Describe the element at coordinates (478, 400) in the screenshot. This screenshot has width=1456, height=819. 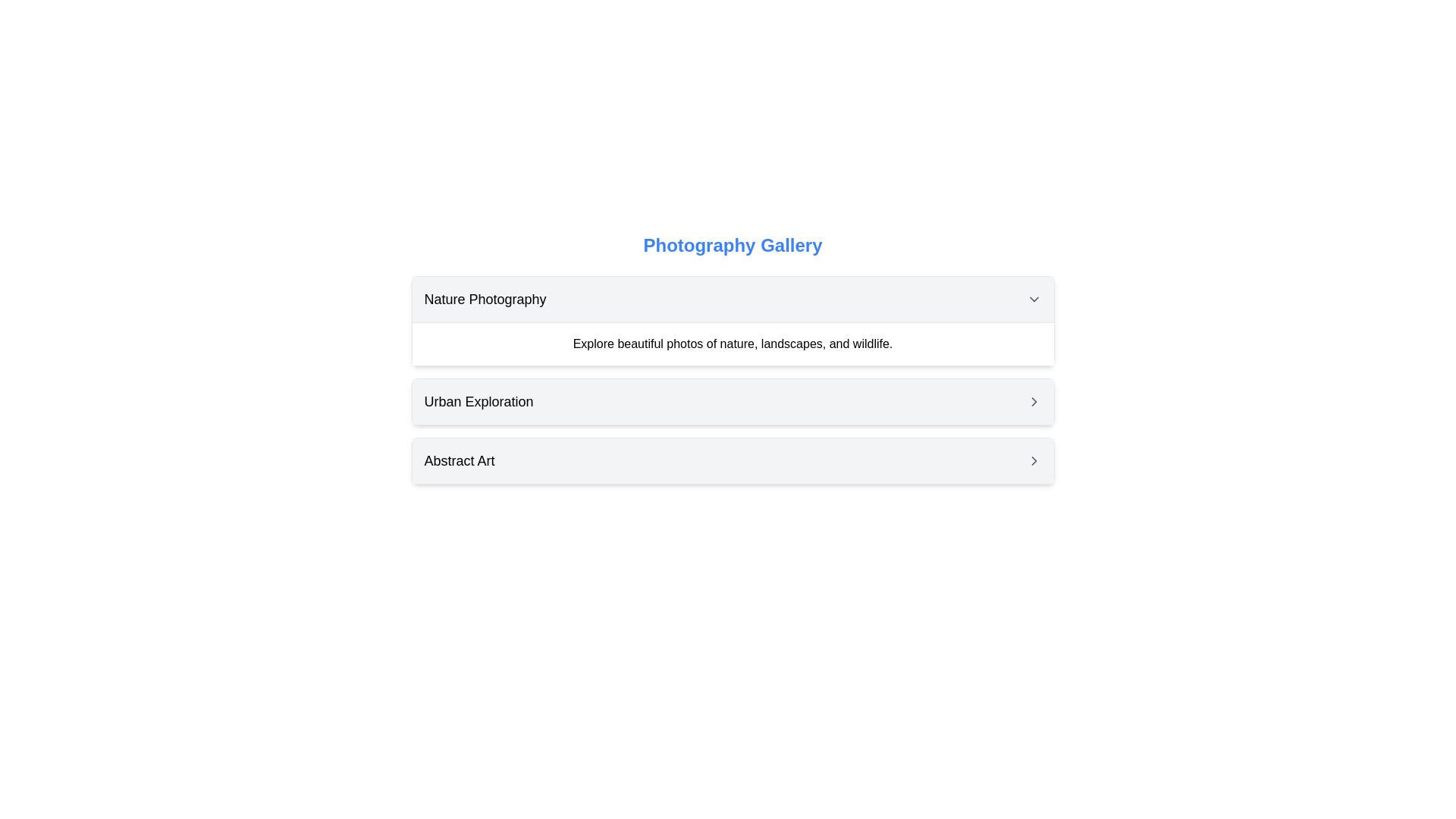
I see `the bolded text label 'Urban Exploration'` at that location.